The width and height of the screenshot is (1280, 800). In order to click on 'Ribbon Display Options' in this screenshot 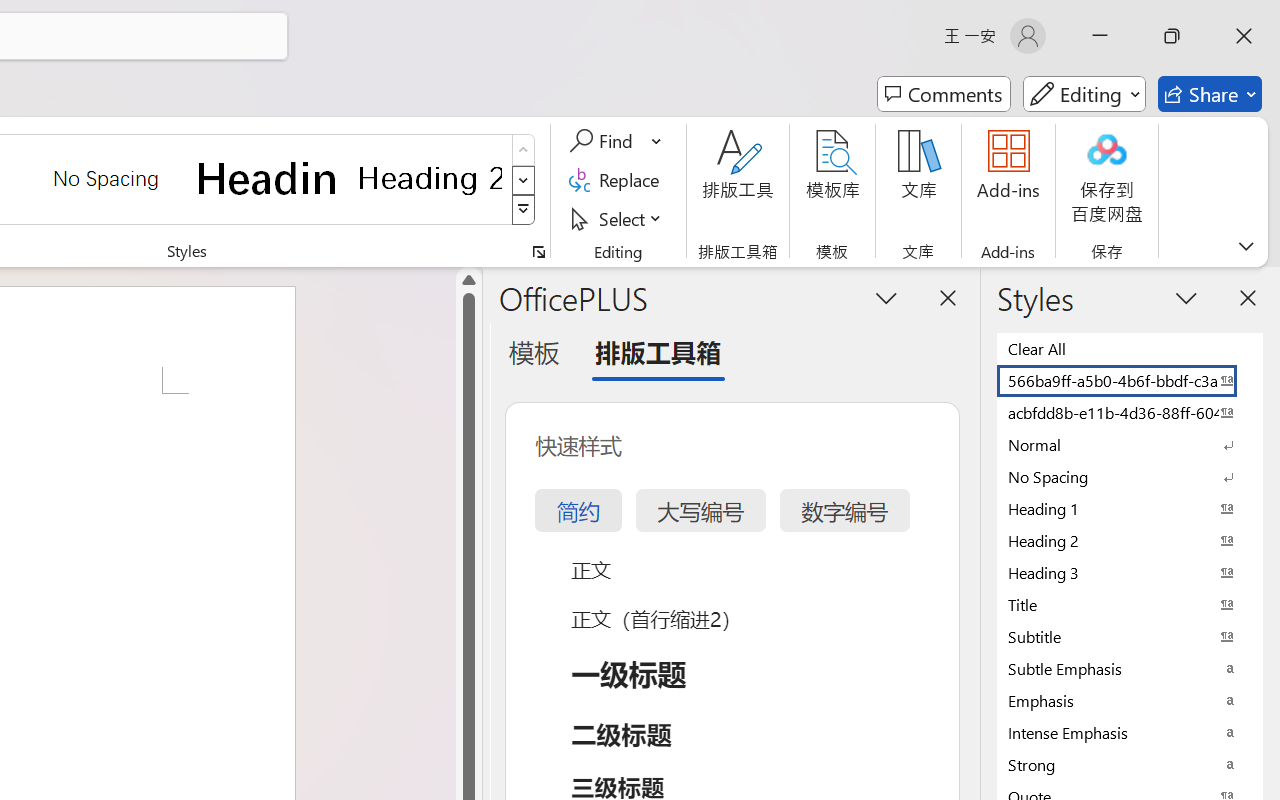, I will do `click(1245, 245)`.